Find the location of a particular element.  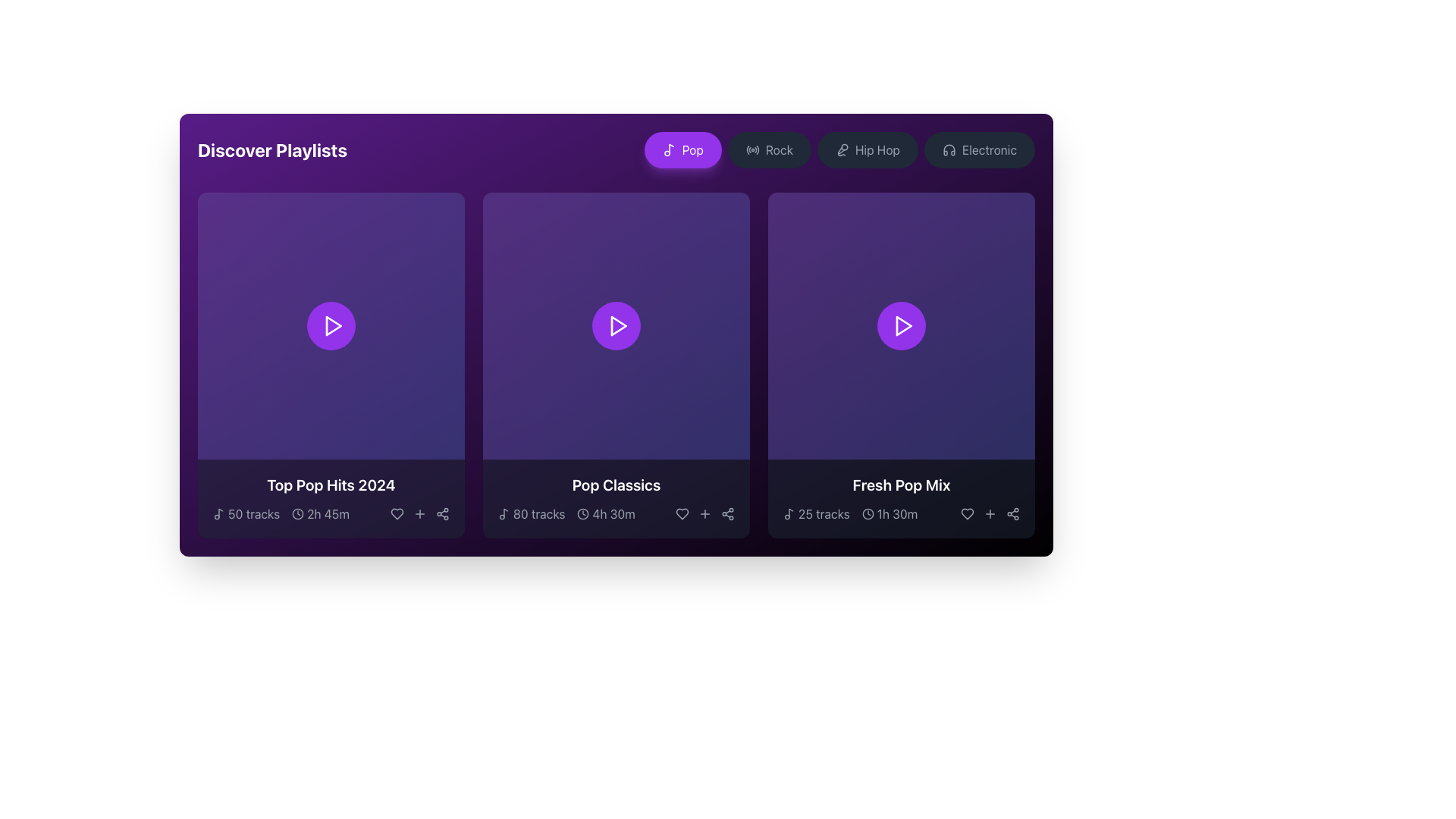

the 'Pop' category button, which has a rounded rectangular shape with a purple background and white text, to filter content by the 'Pop' category is located at coordinates (682, 149).